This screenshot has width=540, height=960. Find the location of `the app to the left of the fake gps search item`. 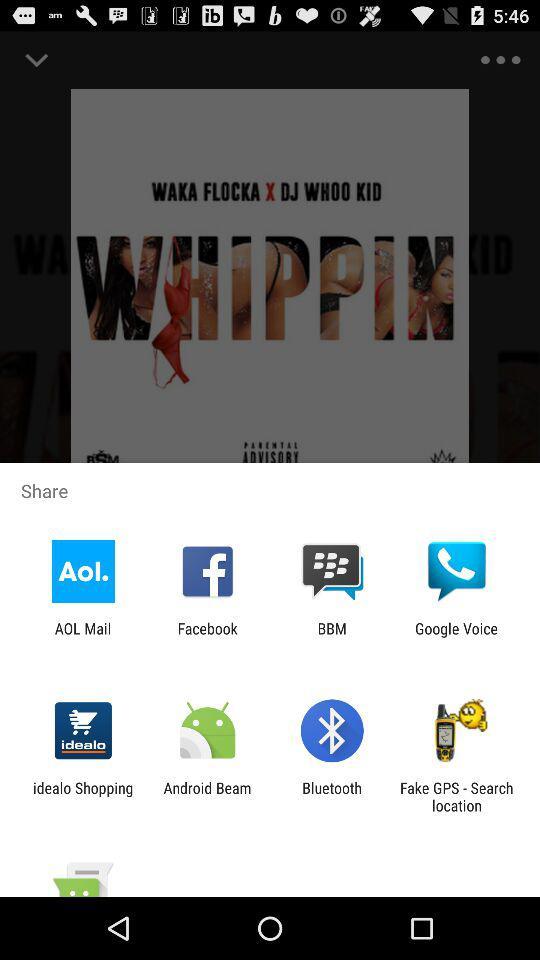

the app to the left of the fake gps search item is located at coordinates (332, 796).